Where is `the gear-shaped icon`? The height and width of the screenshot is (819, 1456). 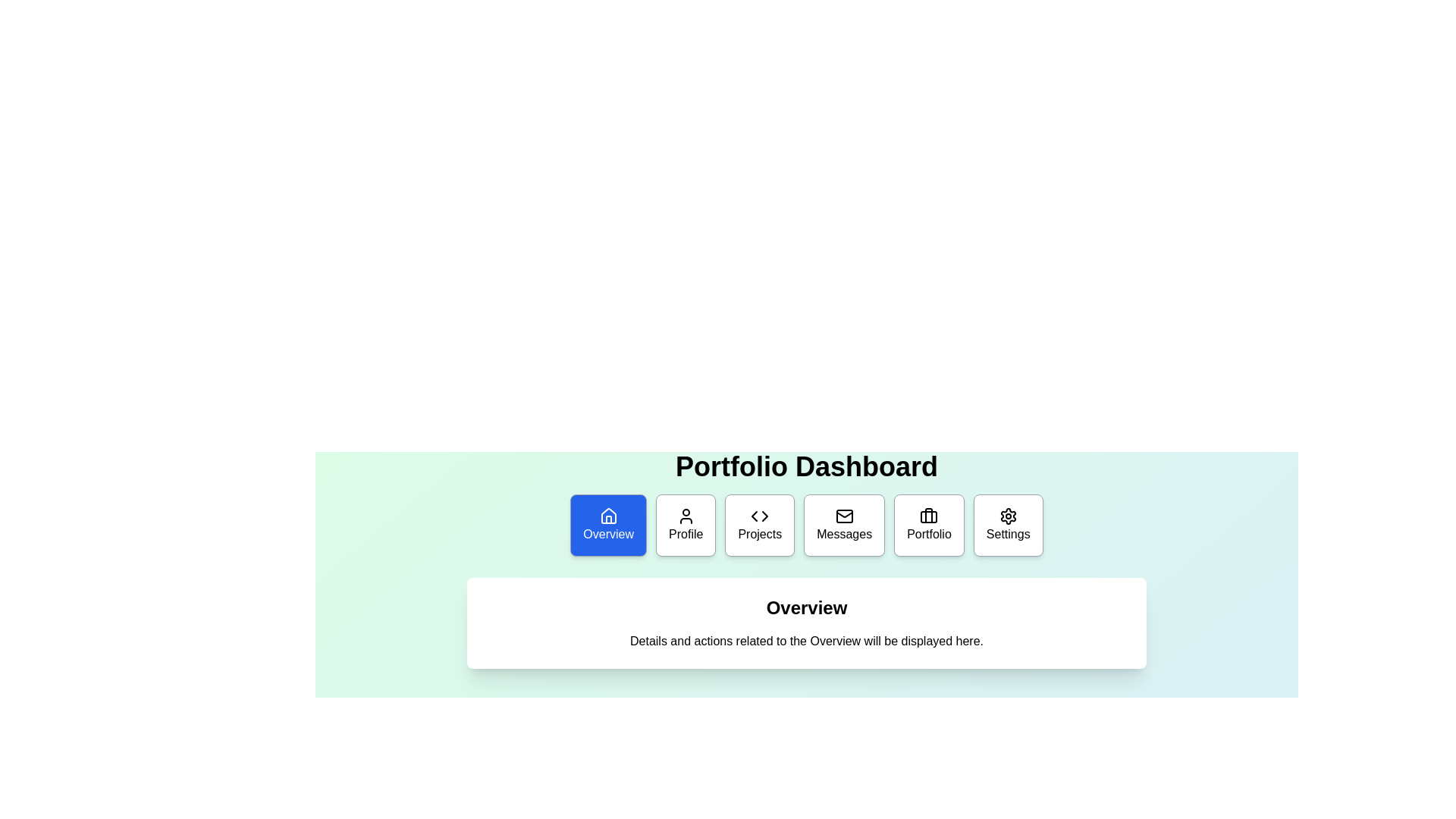
the gear-shaped icon is located at coordinates (1008, 516).